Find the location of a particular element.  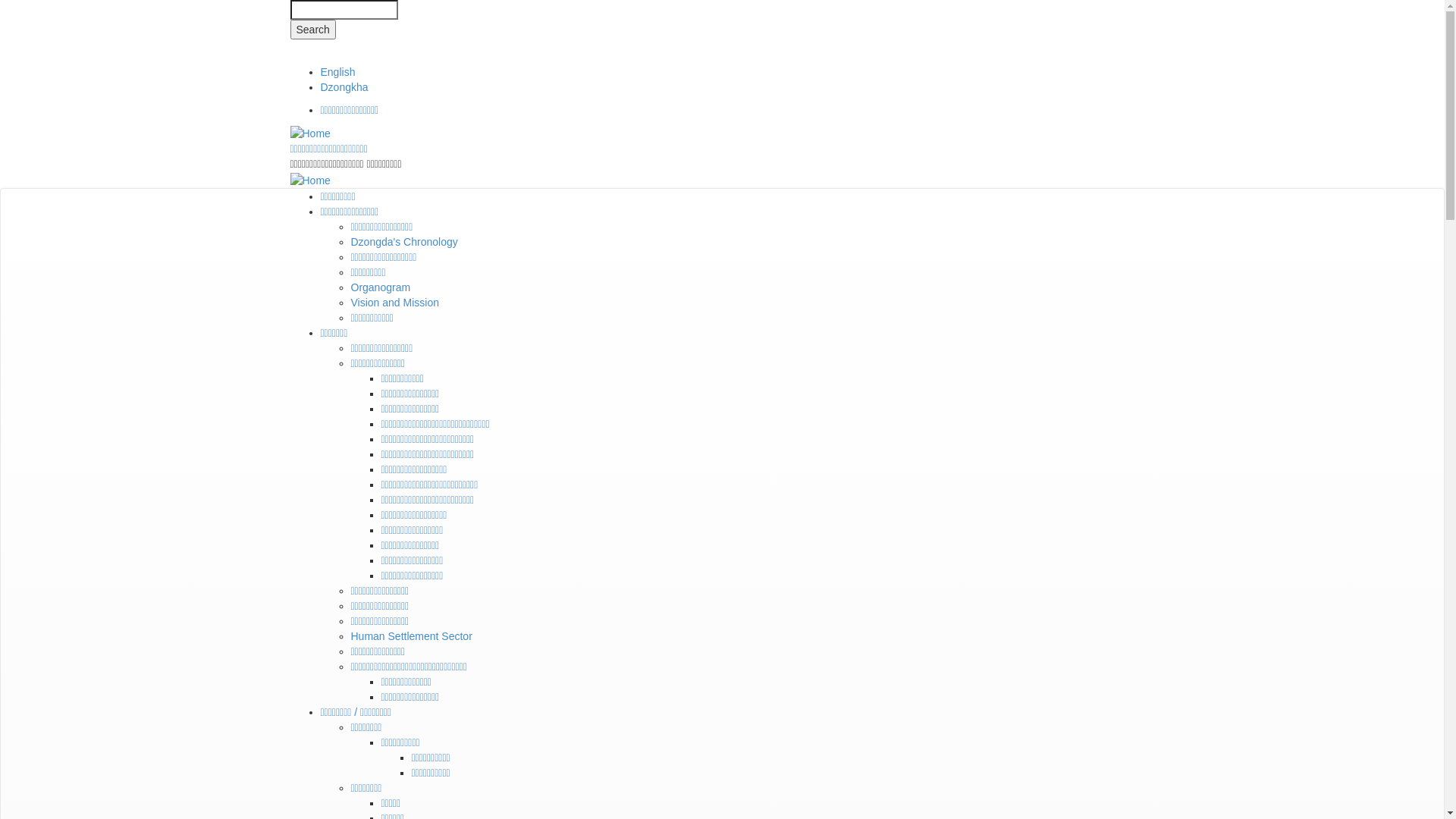

'Organogram' is located at coordinates (380, 287).